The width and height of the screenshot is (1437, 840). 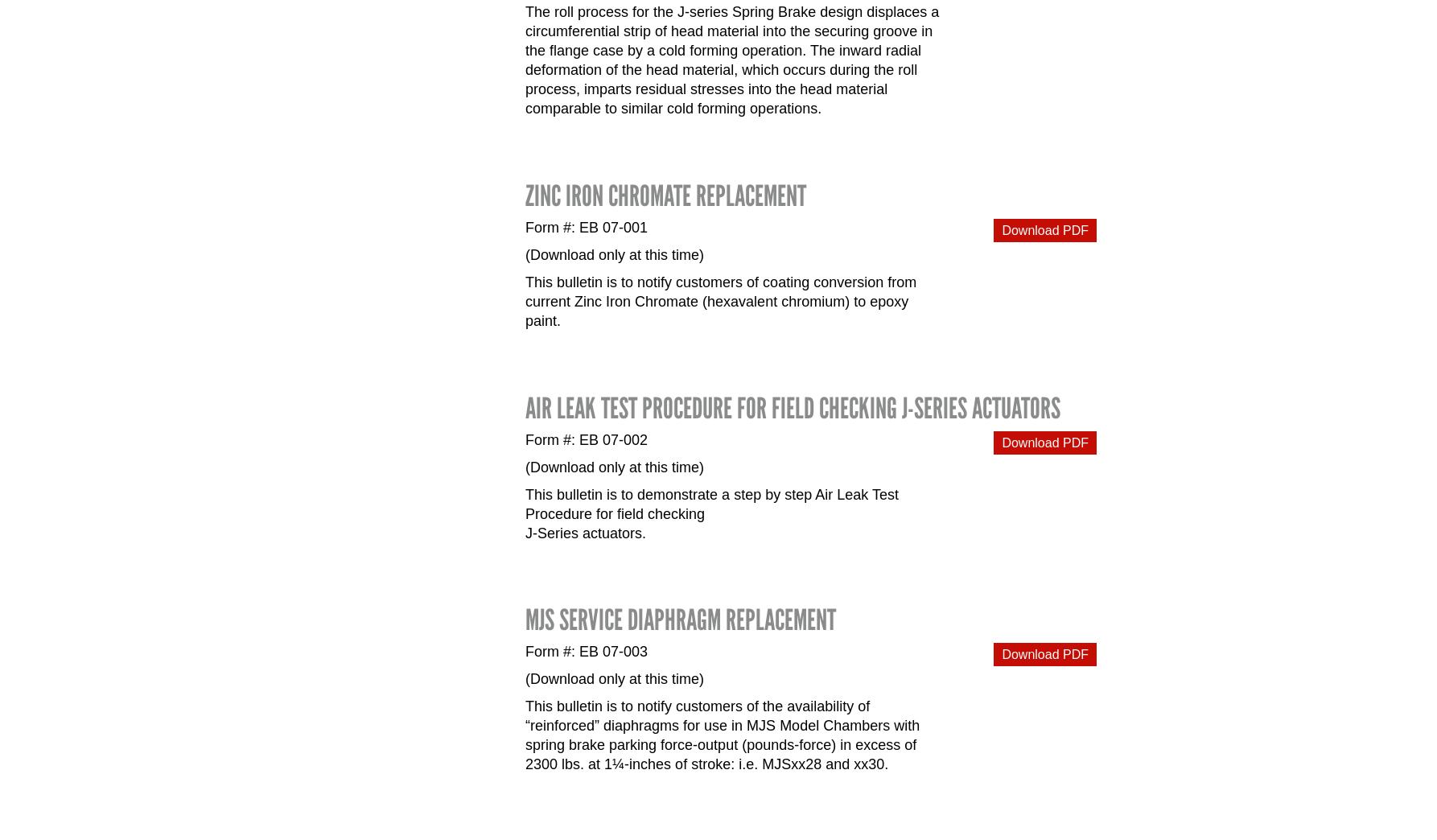 What do you see at coordinates (731, 60) in the screenshot?
I see `'The roll process for the J-series Spring Brake design displaces a circumferential strip of head material into the securing groove in the flange case by a cold forming operation. The inward radial deformation of the head material, which occurs during the roll process, imparts residual stresses into the head material comparable to similar cold forming operations.'` at bounding box center [731, 60].